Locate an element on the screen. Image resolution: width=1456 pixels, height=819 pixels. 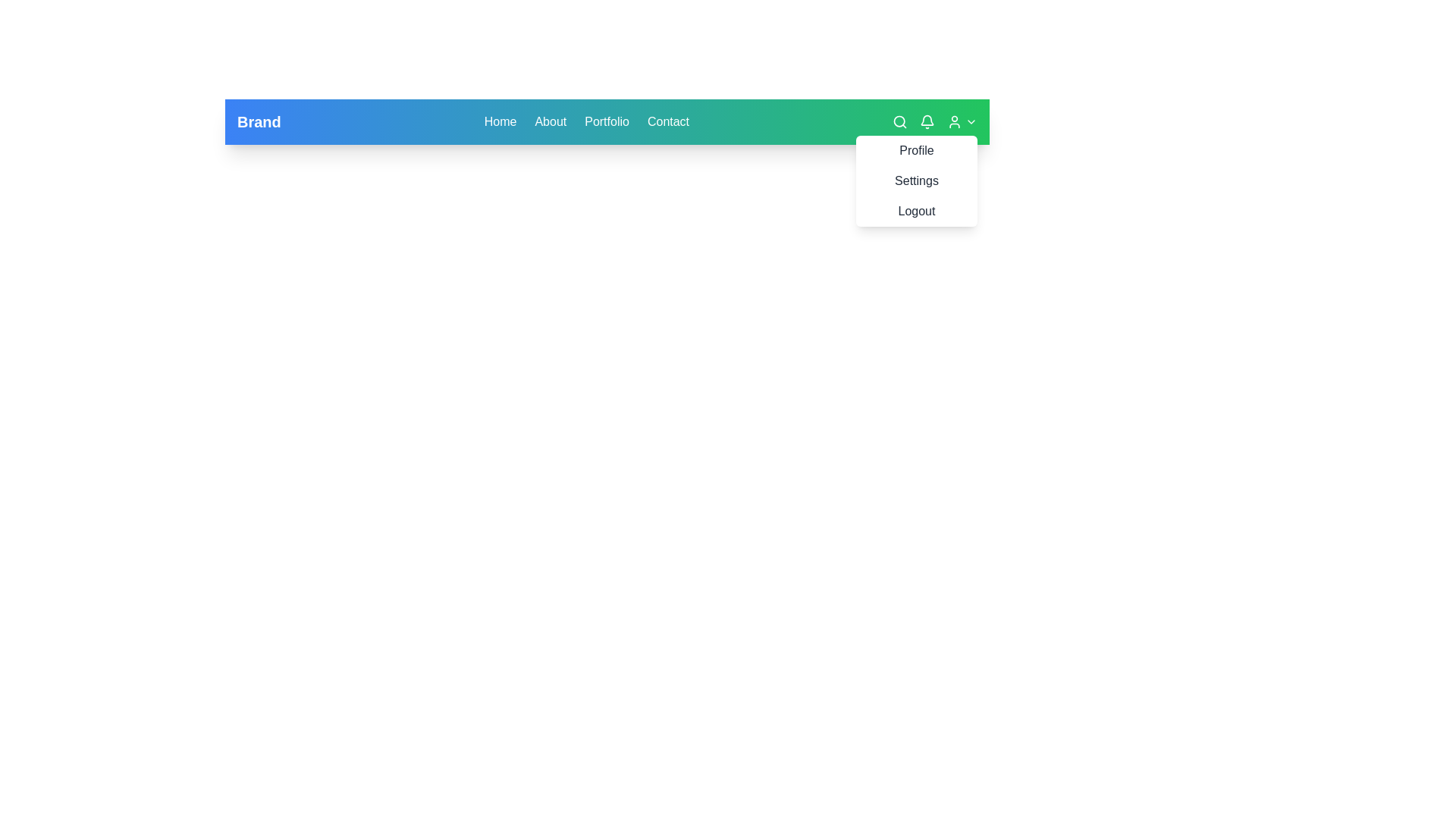
the 'Home' text link in the navigation menu is located at coordinates (500, 121).